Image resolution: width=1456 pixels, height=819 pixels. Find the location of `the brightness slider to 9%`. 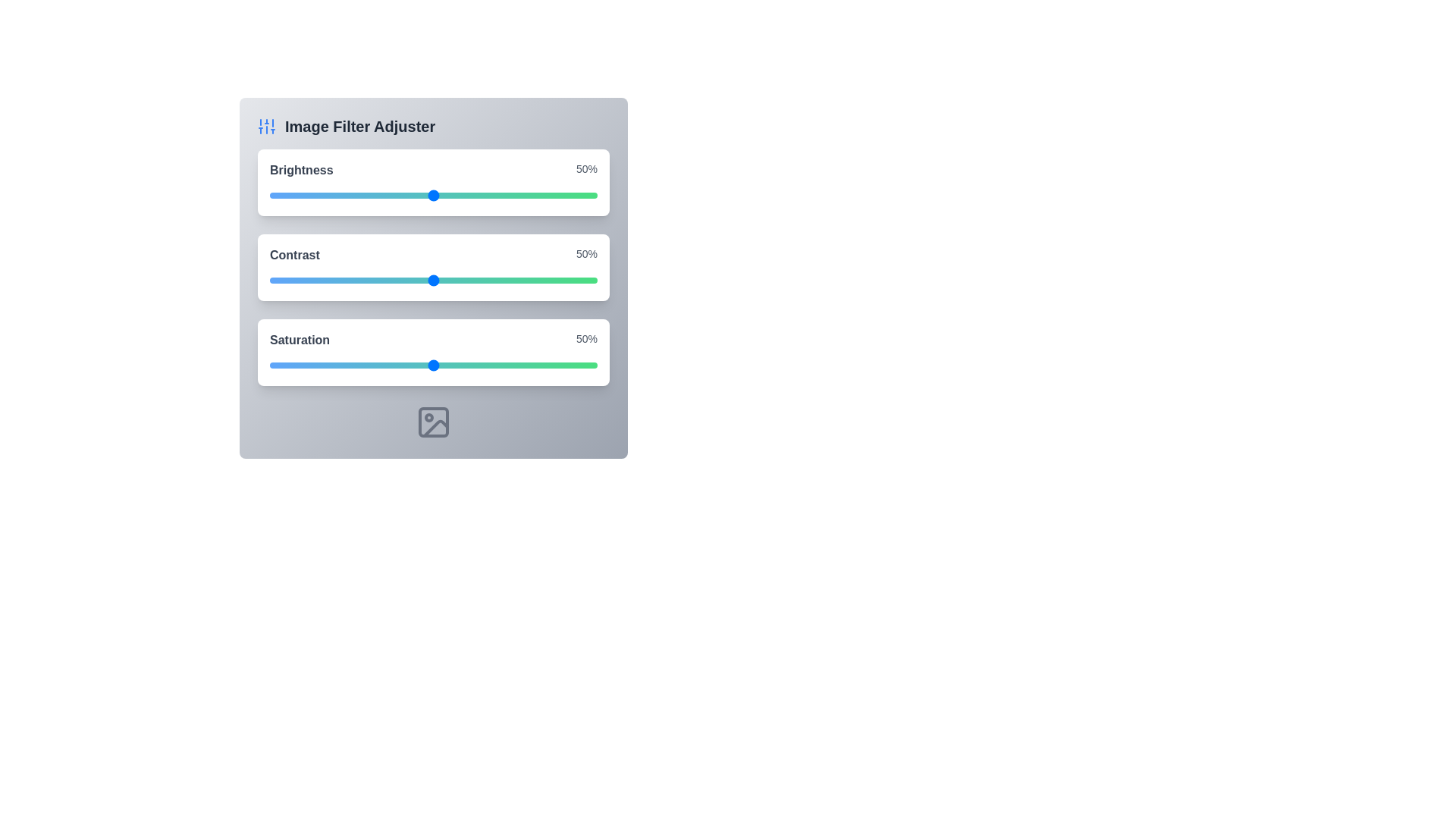

the brightness slider to 9% is located at coordinates (299, 195).